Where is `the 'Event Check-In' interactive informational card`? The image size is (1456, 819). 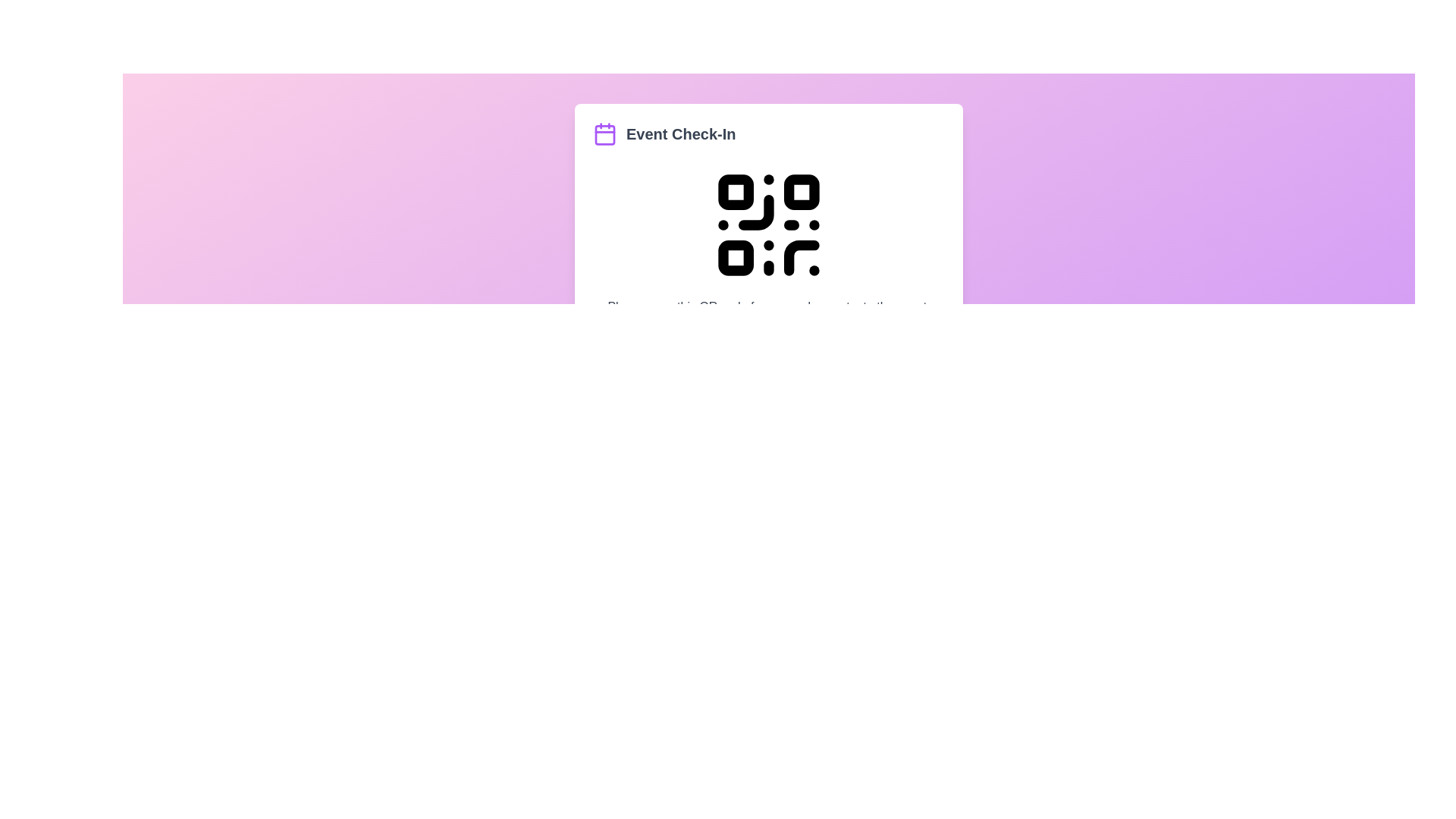
the 'Event Check-In' interactive informational card is located at coordinates (768, 251).